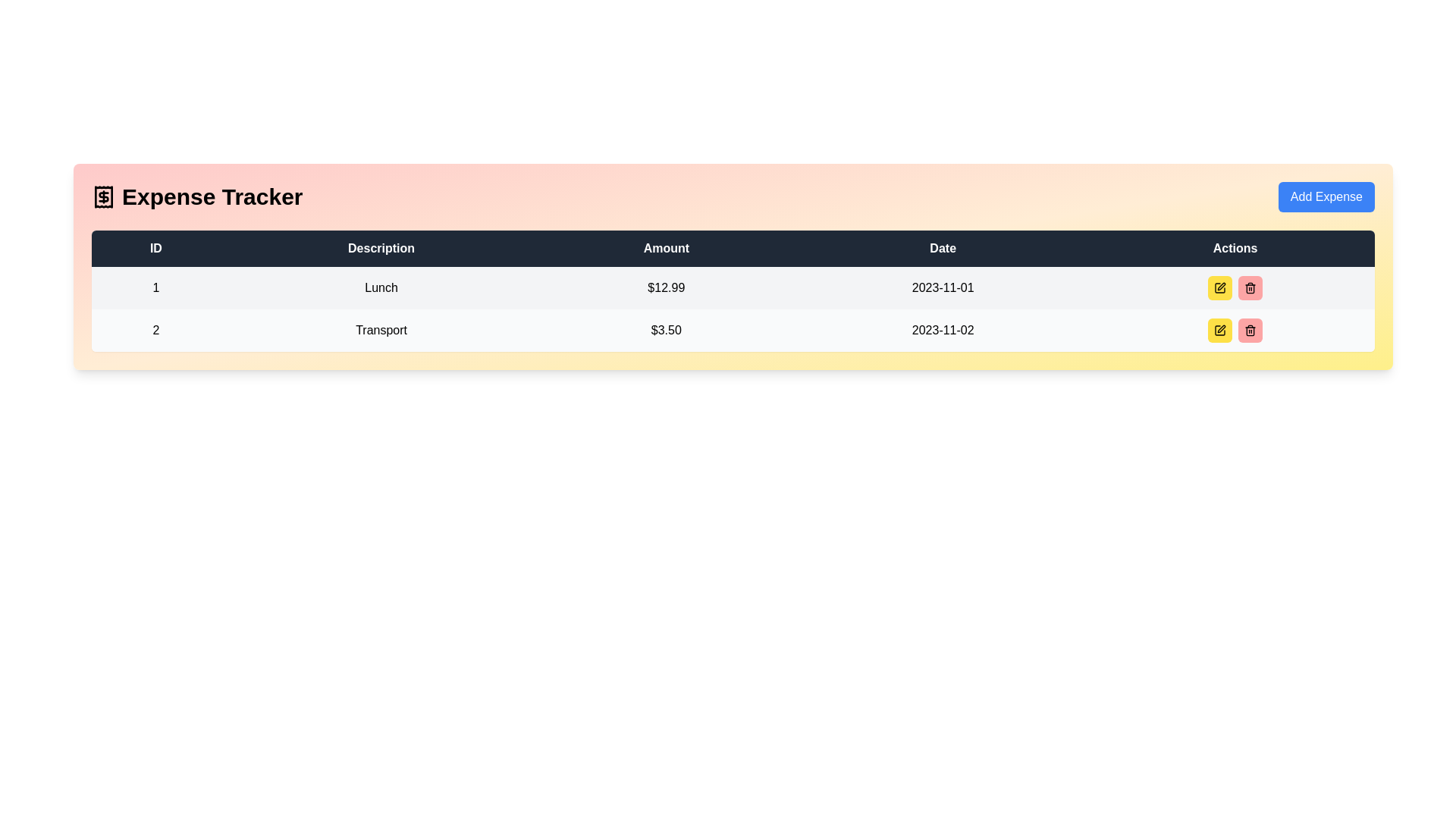  Describe the element at coordinates (155, 247) in the screenshot. I see `the 'ID' header label in the table, which is the leftmost element in the header row, located at the top-left corner of the table's header section` at that location.